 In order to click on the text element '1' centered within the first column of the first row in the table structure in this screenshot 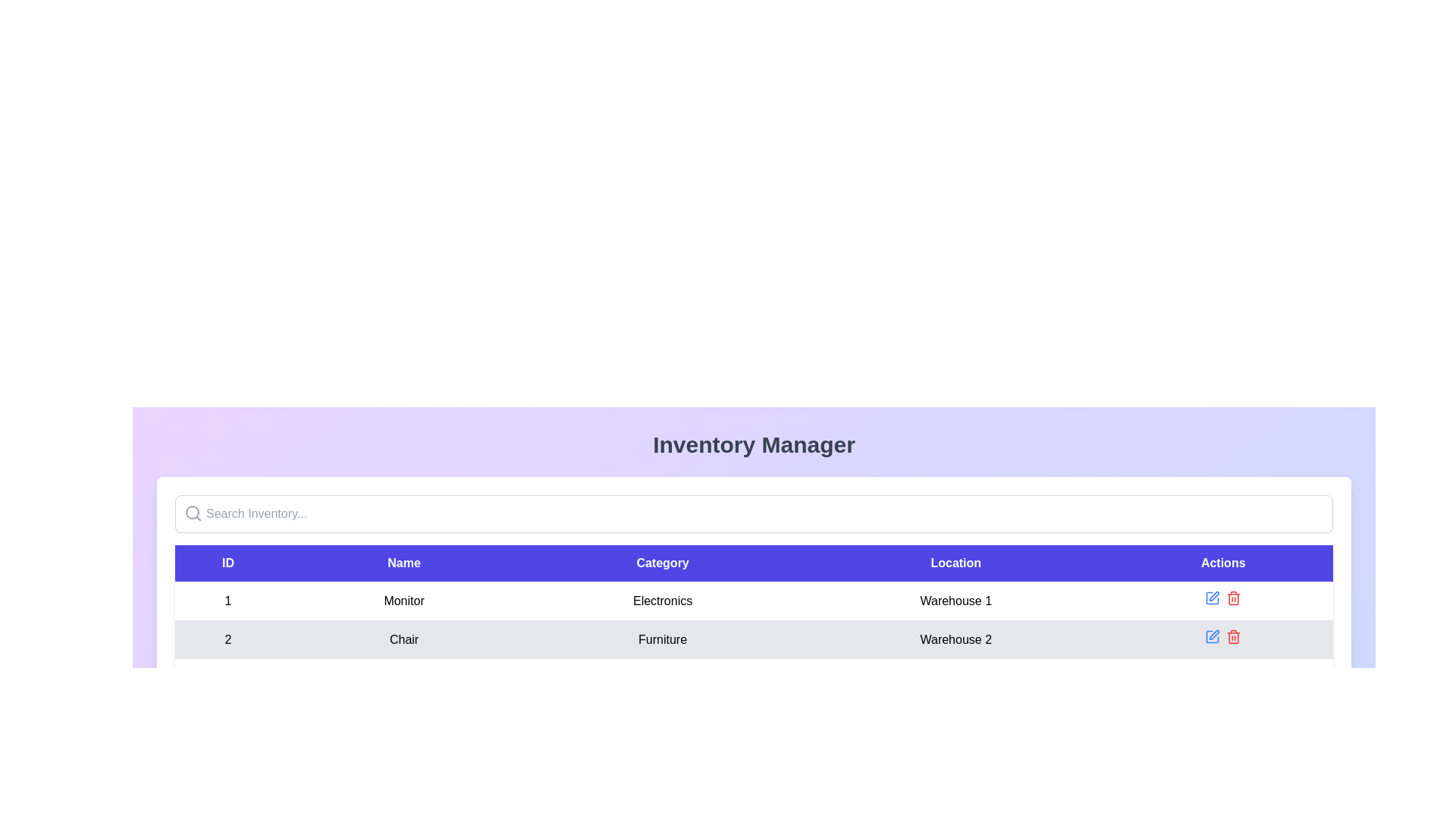, I will do `click(227, 600)`.